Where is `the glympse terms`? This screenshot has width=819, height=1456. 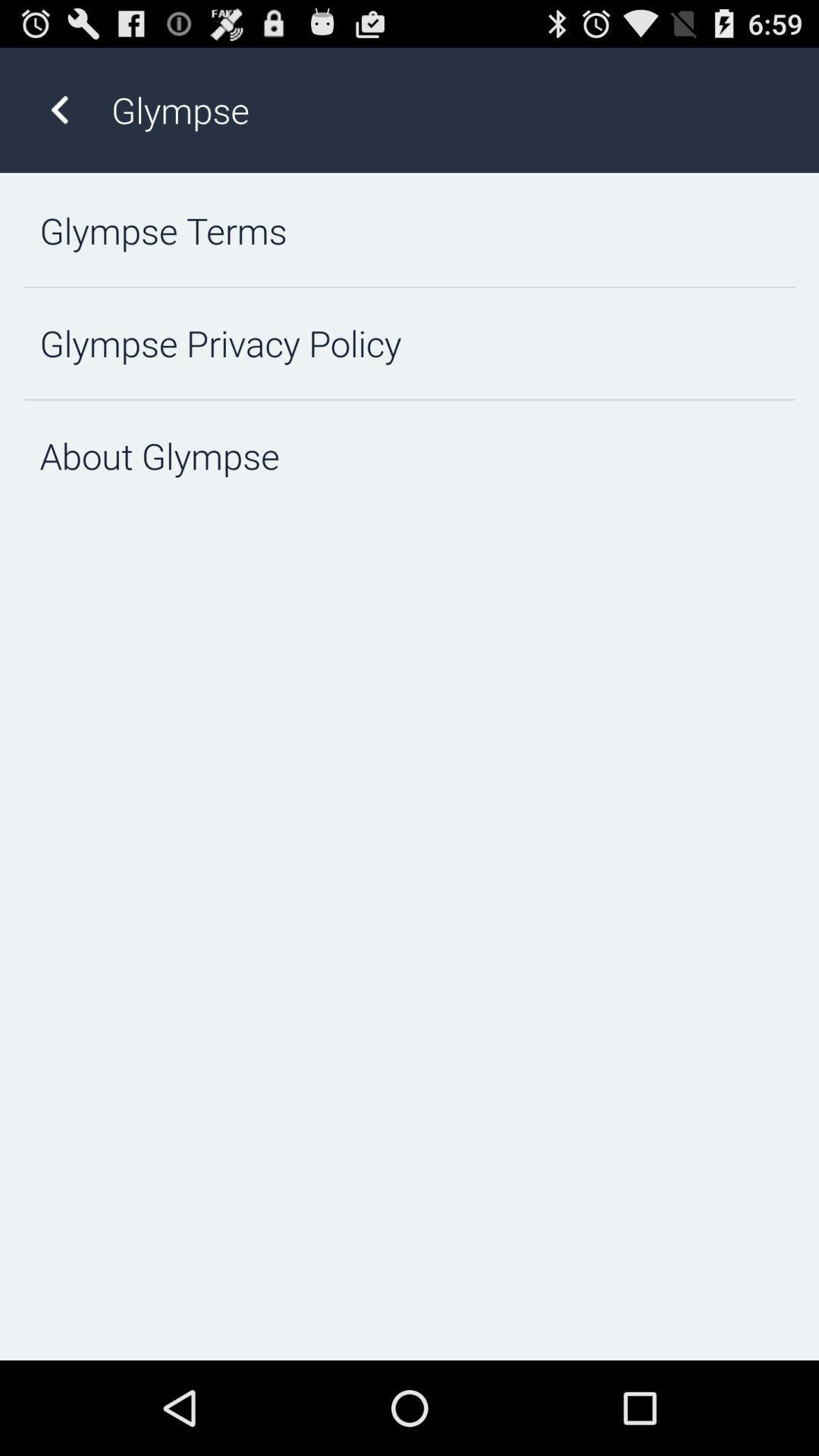 the glympse terms is located at coordinates (409, 230).